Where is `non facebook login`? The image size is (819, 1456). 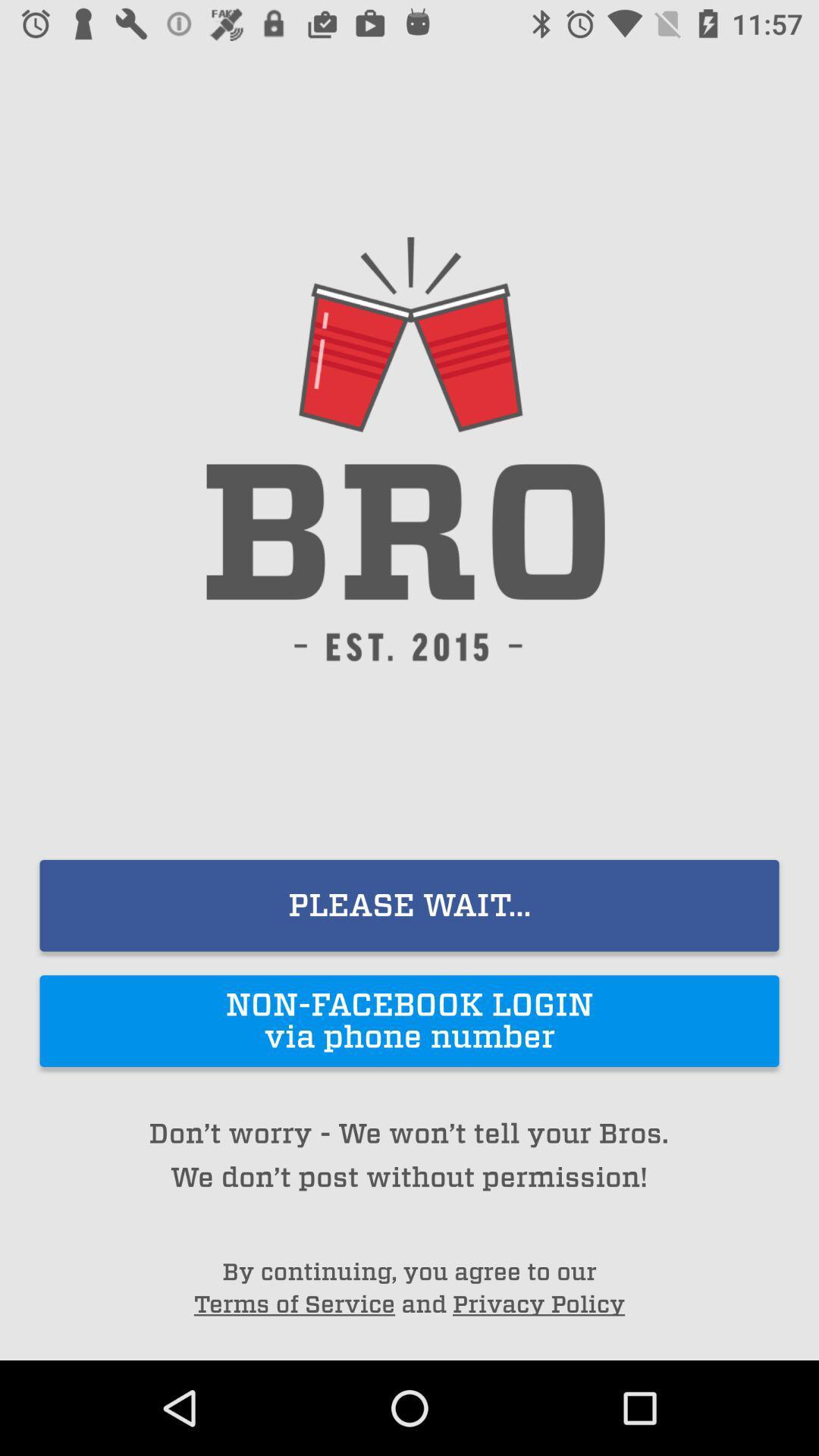
non facebook login is located at coordinates (409, 1021).